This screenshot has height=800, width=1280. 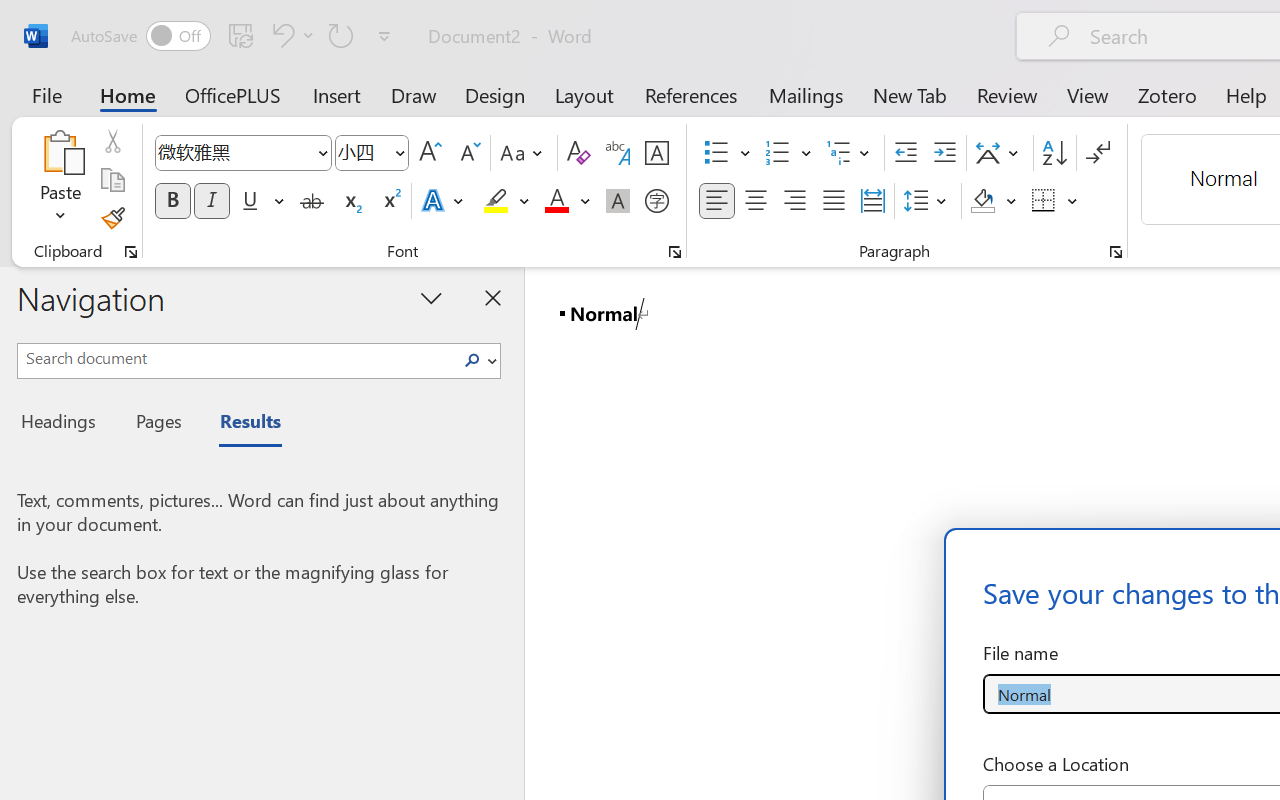 What do you see at coordinates (656, 153) in the screenshot?
I see `'Character Border'` at bounding box center [656, 153].